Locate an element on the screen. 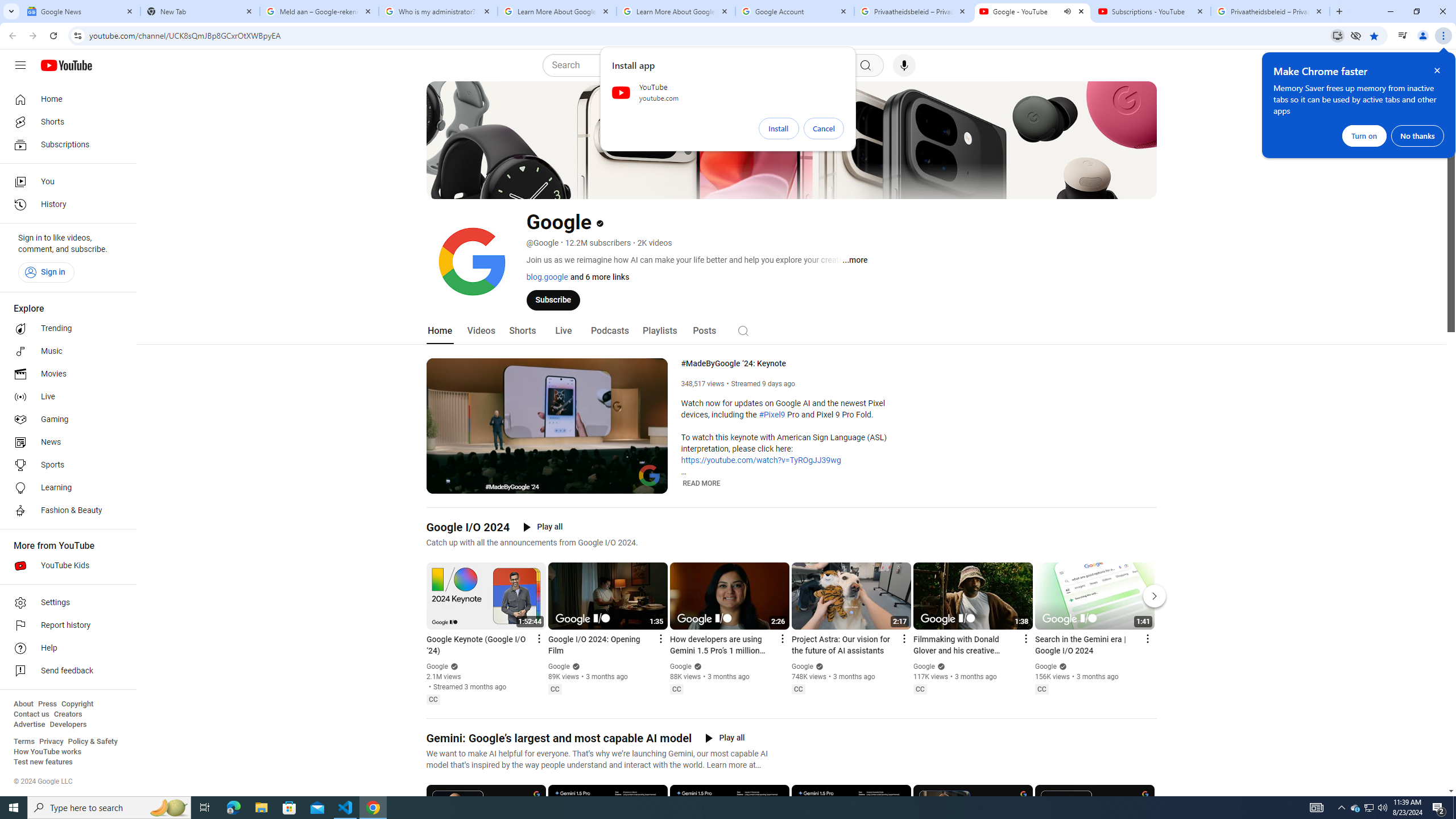 This screenshot has height=819, width=1456. 'Guide' is located at coordinates (19, 65).